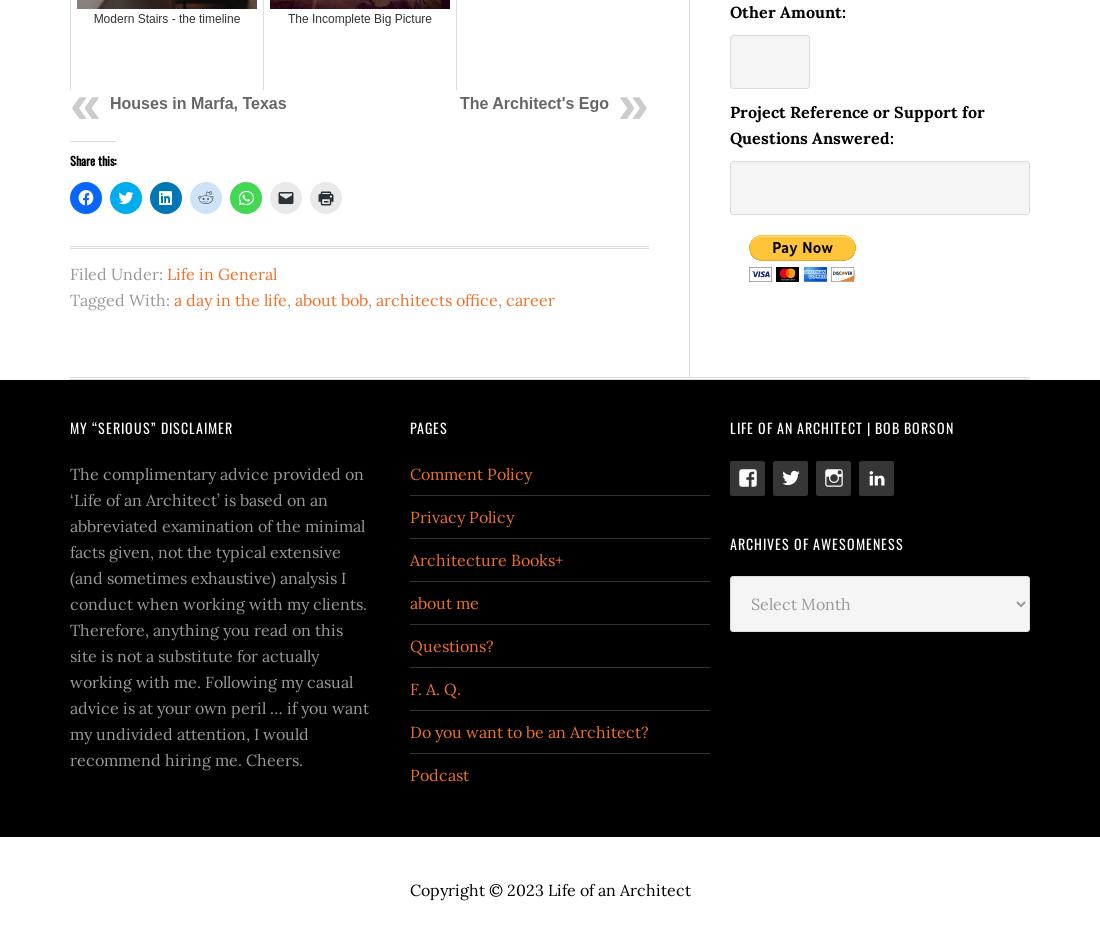 The height and width of the screenshot is (940, 1100). Describe the element at coordinates (438, 772) in the screenshot. I see `'Podcast'` at that location.